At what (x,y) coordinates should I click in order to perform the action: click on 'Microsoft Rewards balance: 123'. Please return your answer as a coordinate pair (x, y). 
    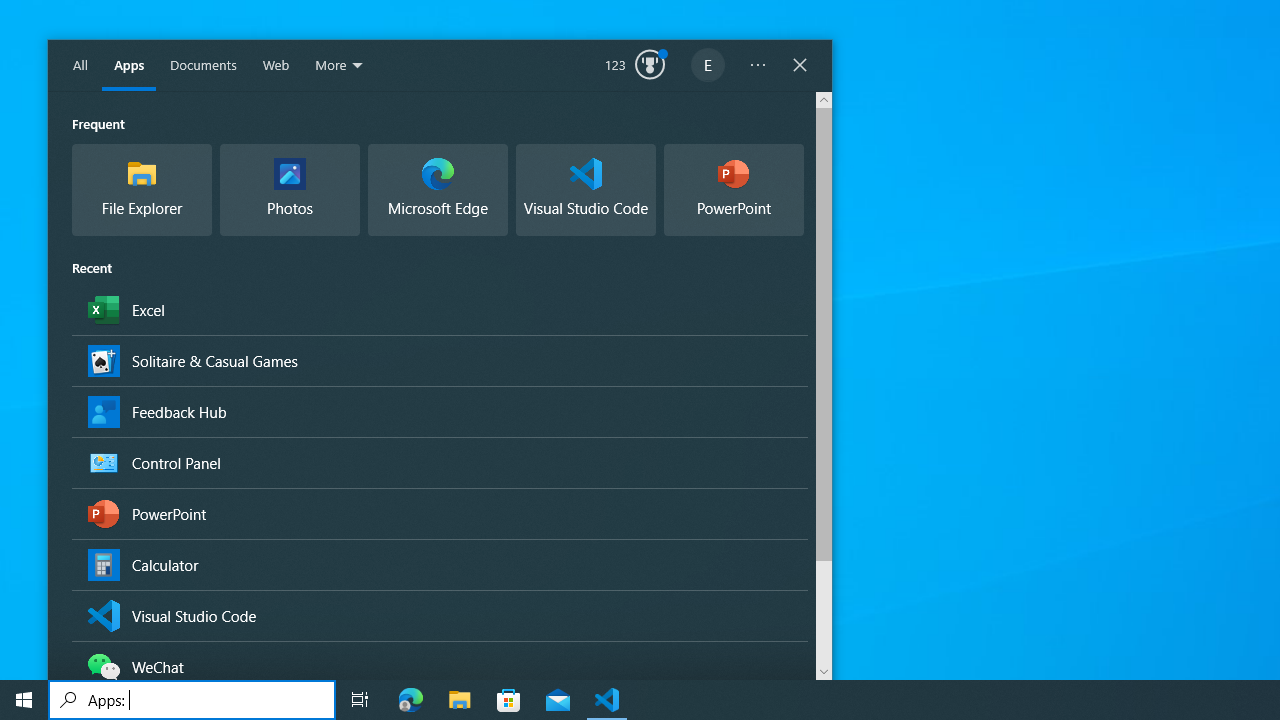
    Looking at the image, I should click on (634, 65).